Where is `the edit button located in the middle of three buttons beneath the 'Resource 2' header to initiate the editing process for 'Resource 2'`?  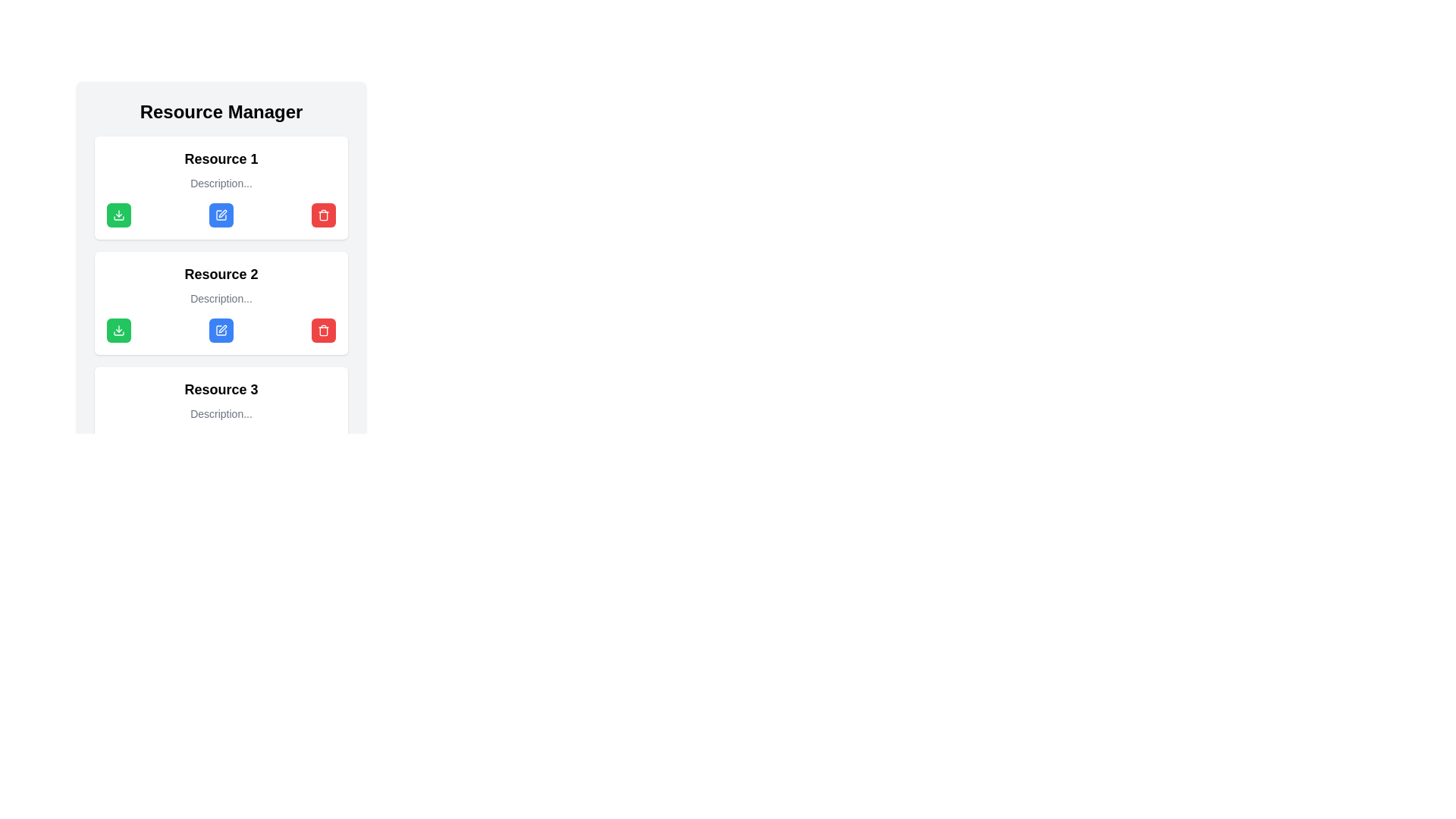
the edit button located in the middle of three buttons beneath the 'Resource 2' header to initiate the editing process for 'Resource 2' is located at coordinates (221, 329).